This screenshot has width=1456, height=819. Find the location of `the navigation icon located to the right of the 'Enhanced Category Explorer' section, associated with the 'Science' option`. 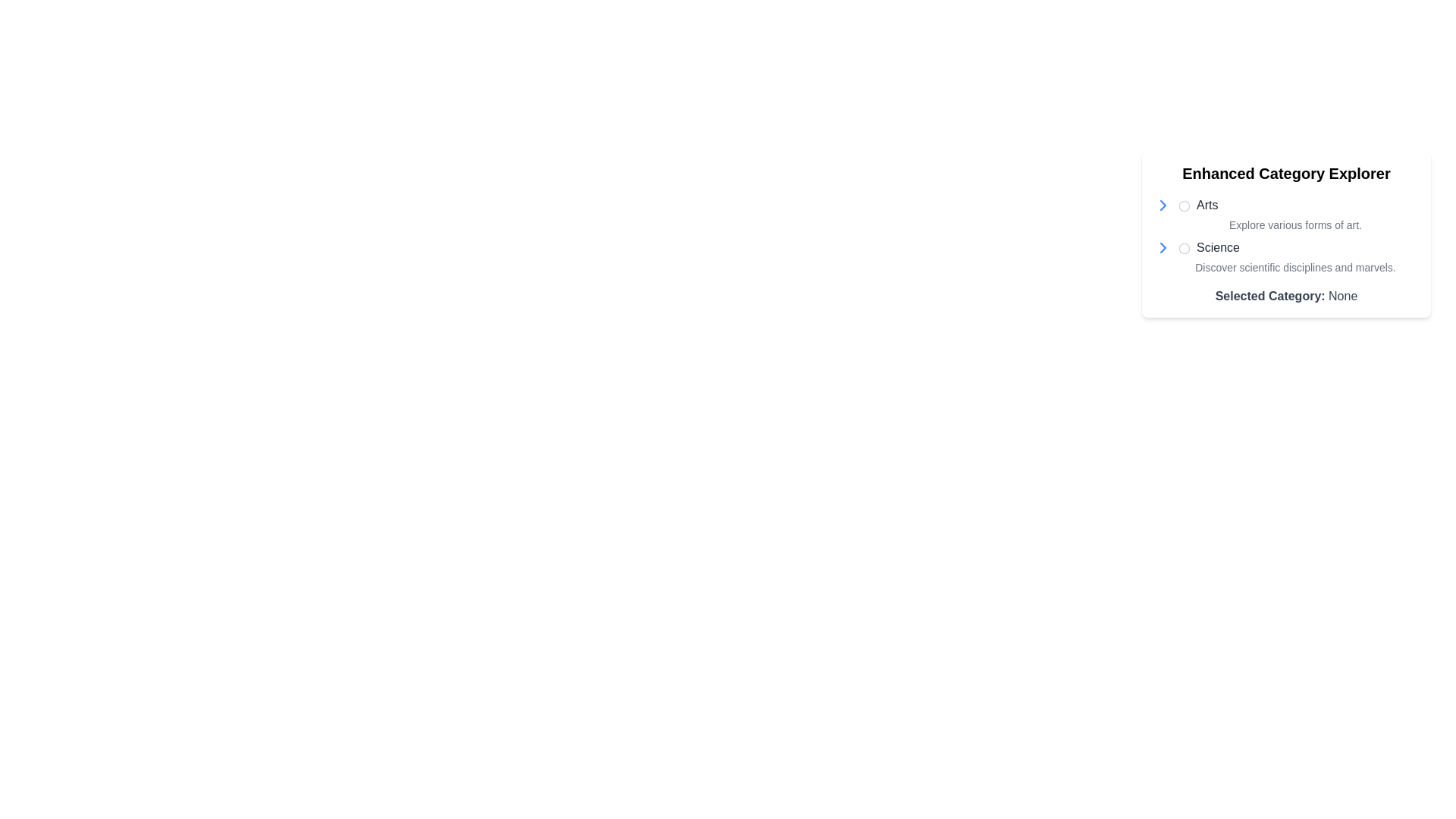

the navigation icon located to the right of the 'Enhanced Category Explorer' section, associated with the 'Science' option is located at coordinates (1163, 205).